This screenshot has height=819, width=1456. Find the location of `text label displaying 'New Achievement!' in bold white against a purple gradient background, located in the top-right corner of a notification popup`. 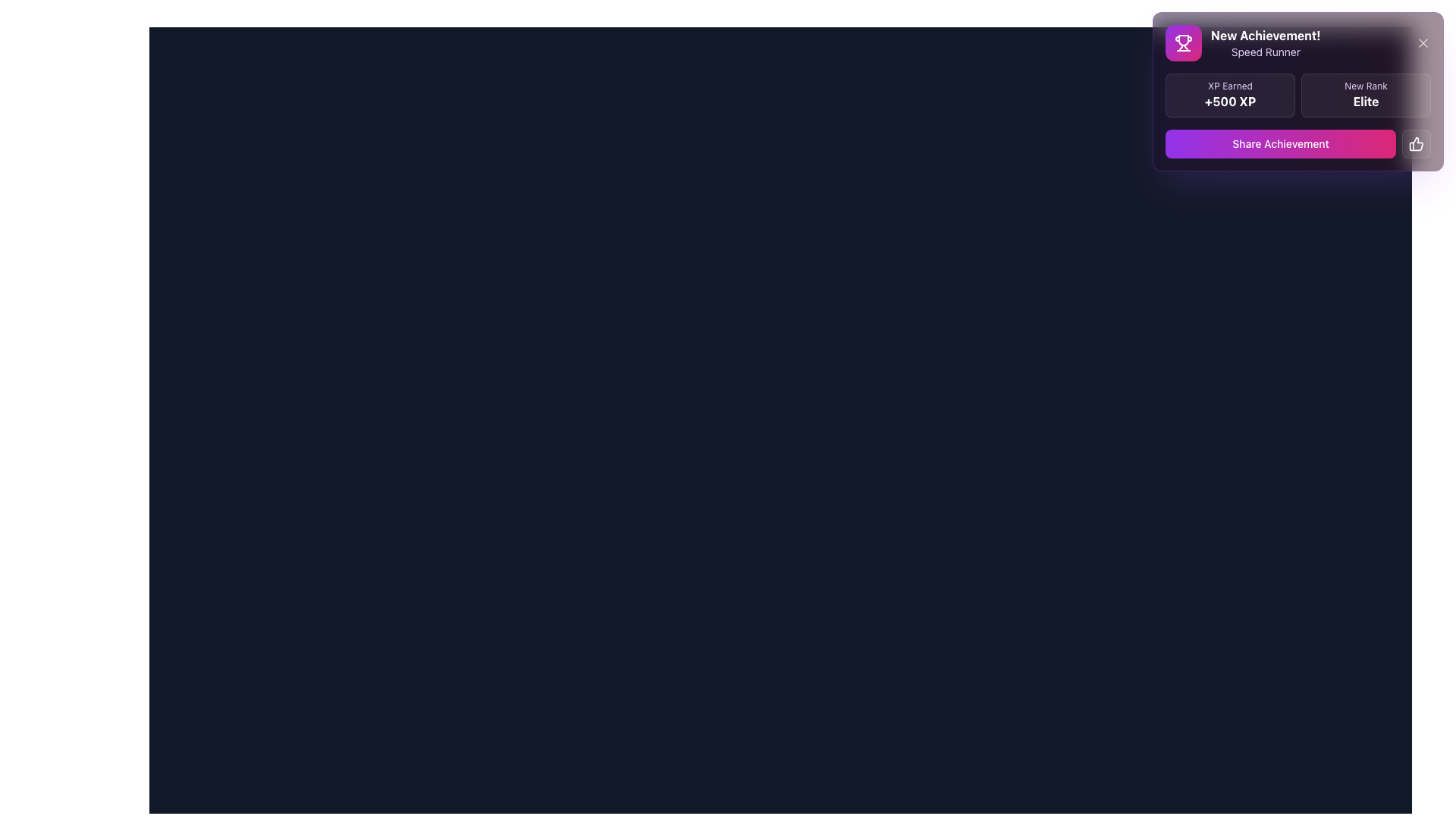

text label displaying 'New Achievement!' in bold white against a purple gradient background, located in the top-right corner of a notification popup is located at coordinates (1266, 34).